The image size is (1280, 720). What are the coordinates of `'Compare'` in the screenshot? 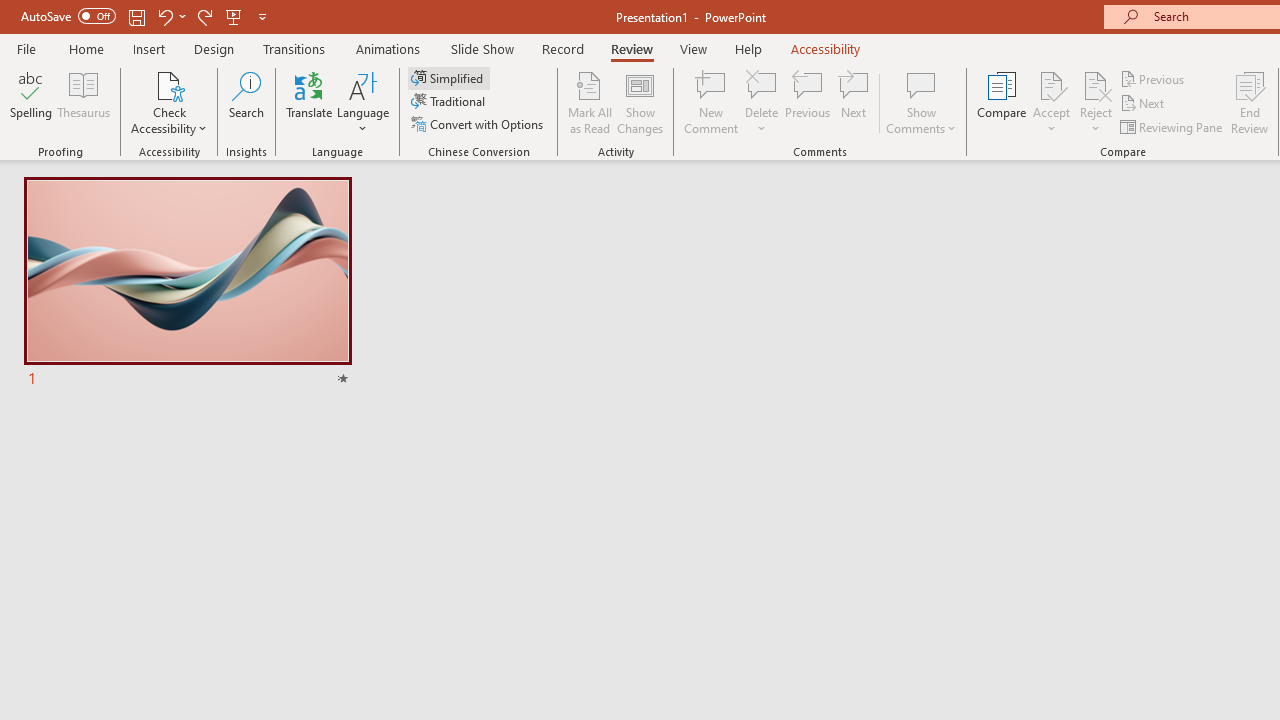 It's located at (1002, 103).